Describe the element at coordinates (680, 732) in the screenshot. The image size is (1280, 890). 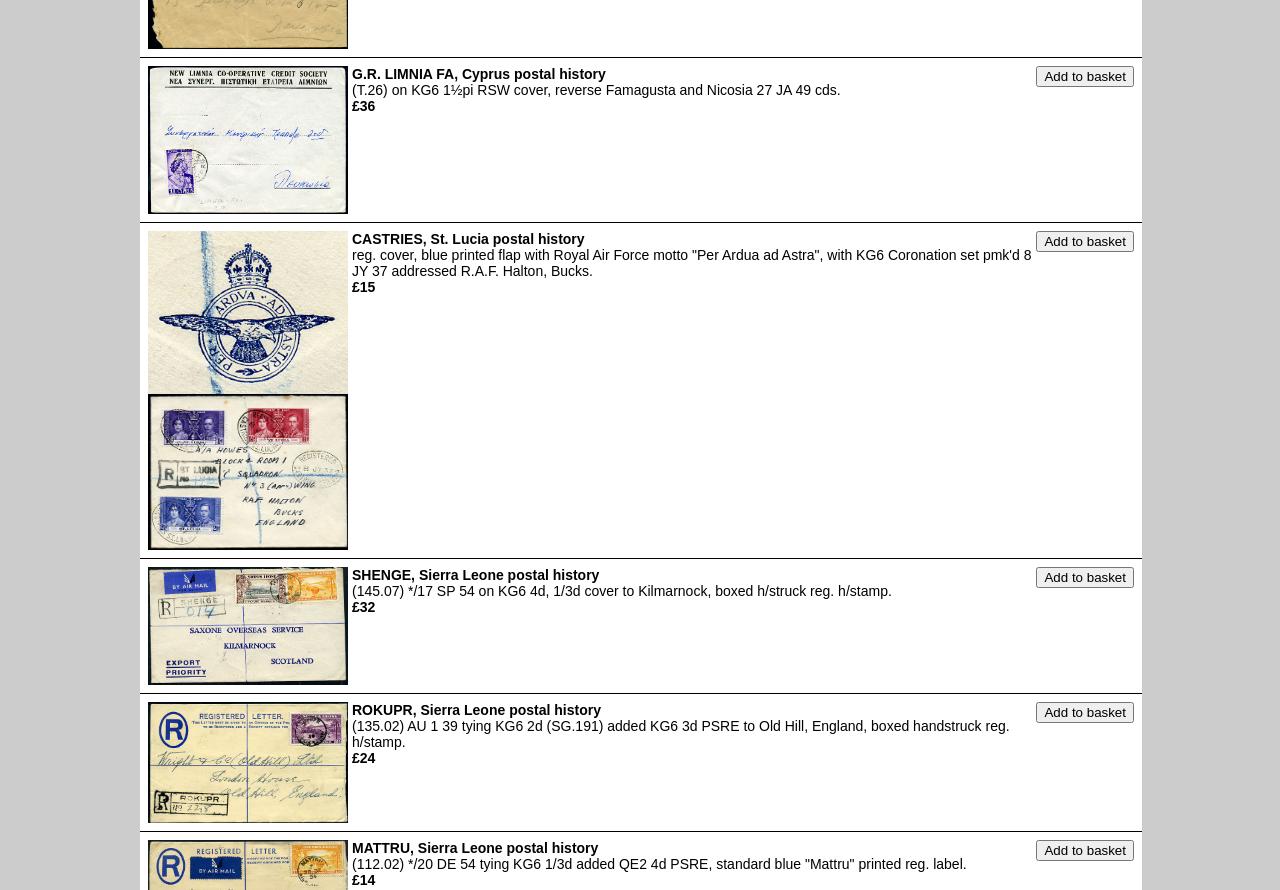
I see `'(135.02) AU 1 39 tying KG6 2d (SG.191) added KG6 3d PSRE to Old Hill, England, boxed handstruck reg. h/stamp.'` at that location.